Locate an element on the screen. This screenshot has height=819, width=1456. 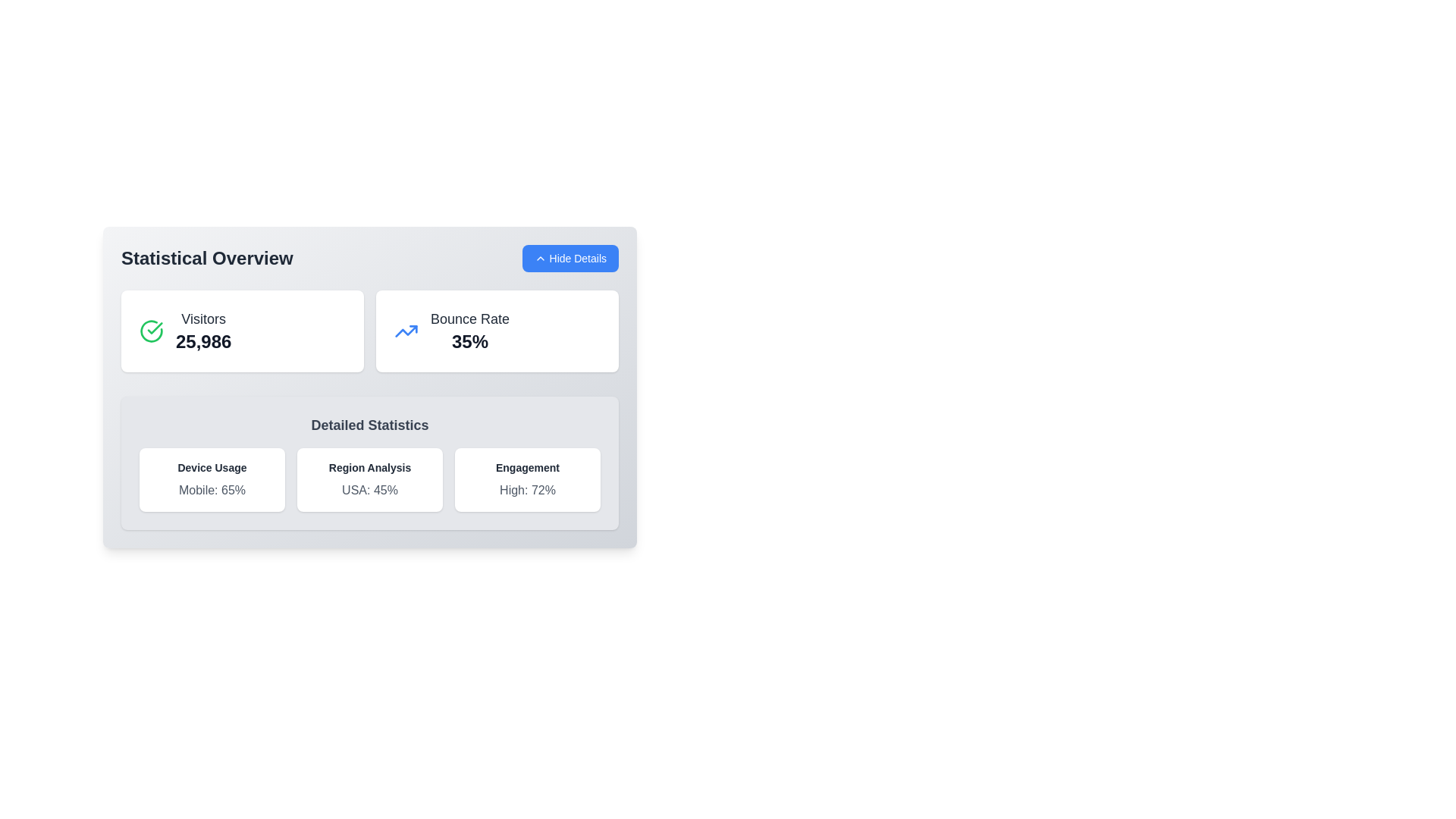
the 'Device Usage' text label which is styled with bold, smaller font, and dark gray color, positioned at the top of the 'Detailed Statistics' card is located at coordinates (211, 467).